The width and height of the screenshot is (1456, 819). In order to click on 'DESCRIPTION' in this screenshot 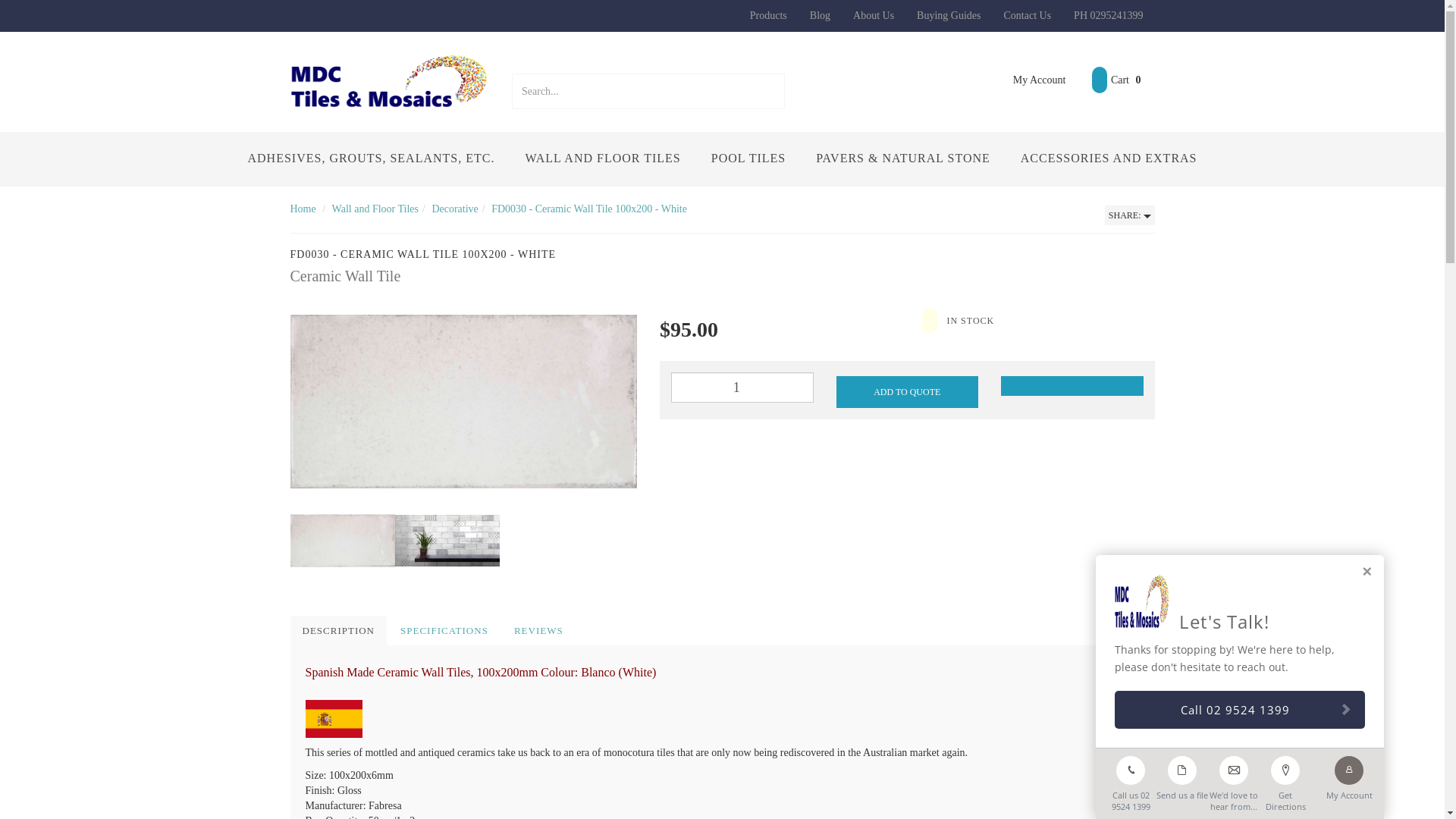, I will do `click(337, 631)`.